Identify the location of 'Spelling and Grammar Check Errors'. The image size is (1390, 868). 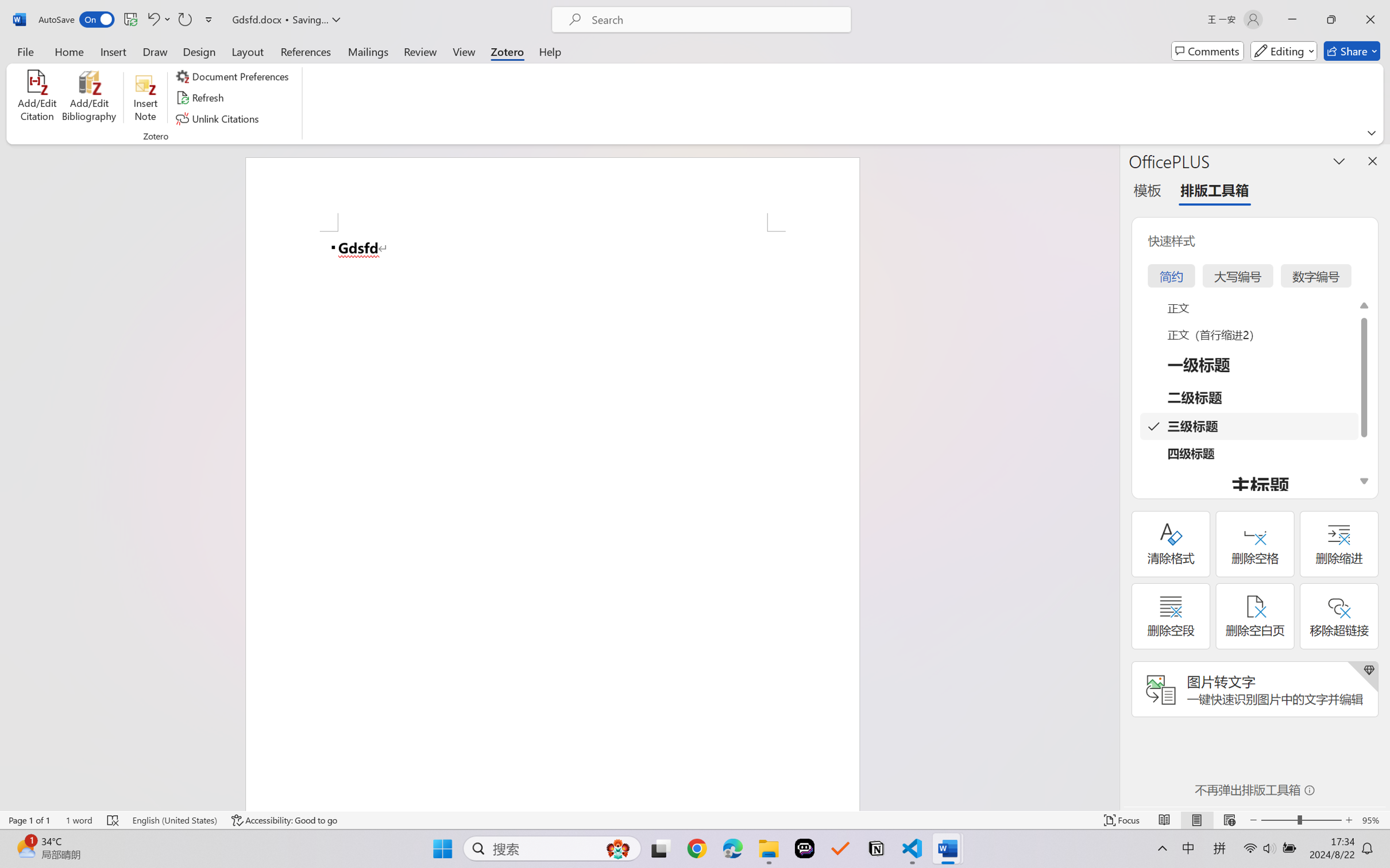
(113, 820).